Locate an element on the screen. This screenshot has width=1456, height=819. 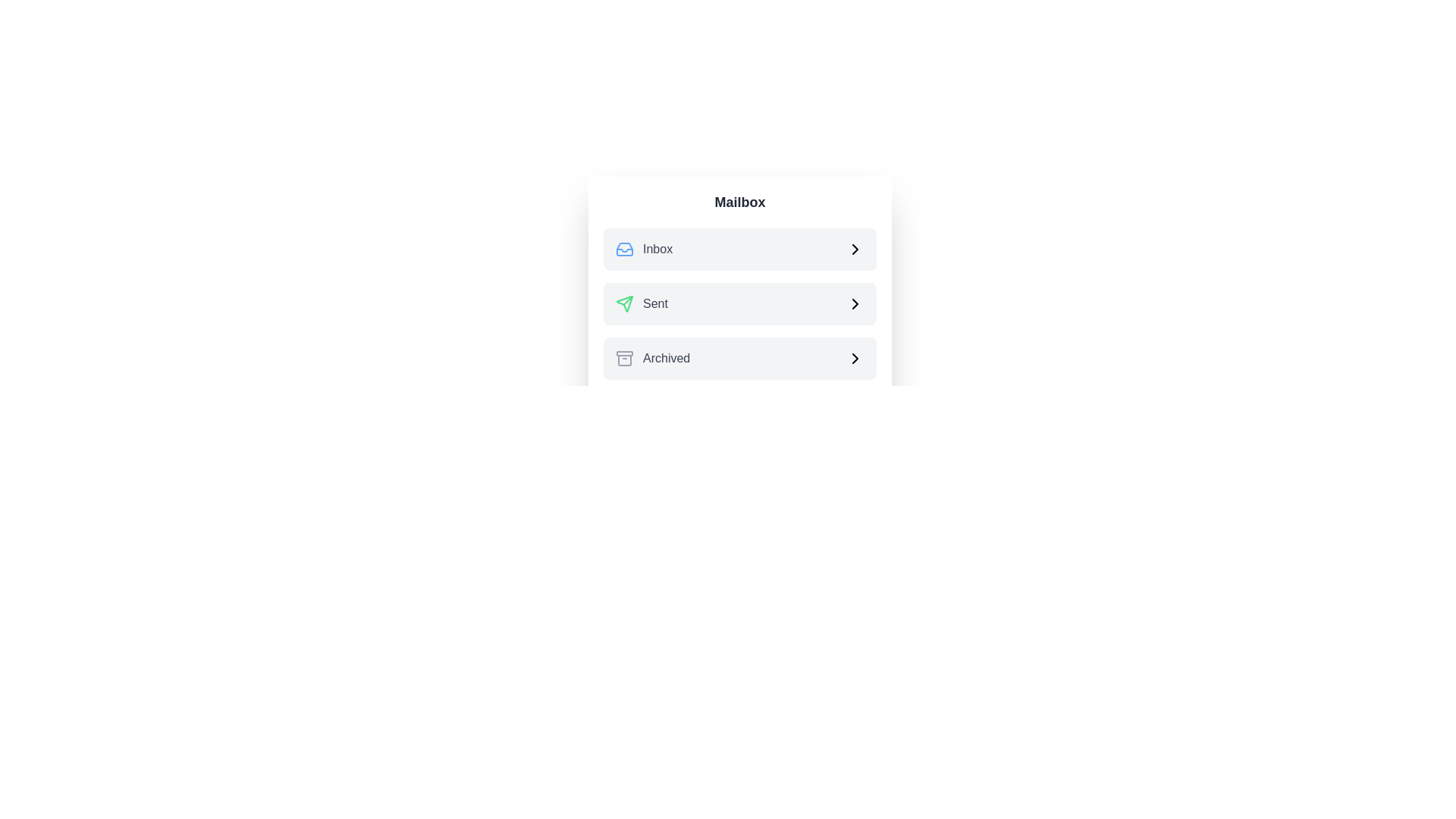
the 'Archived' navigation item, which is the third item in the list under the 'Mailbox' section is located at coordinates (739, 359).